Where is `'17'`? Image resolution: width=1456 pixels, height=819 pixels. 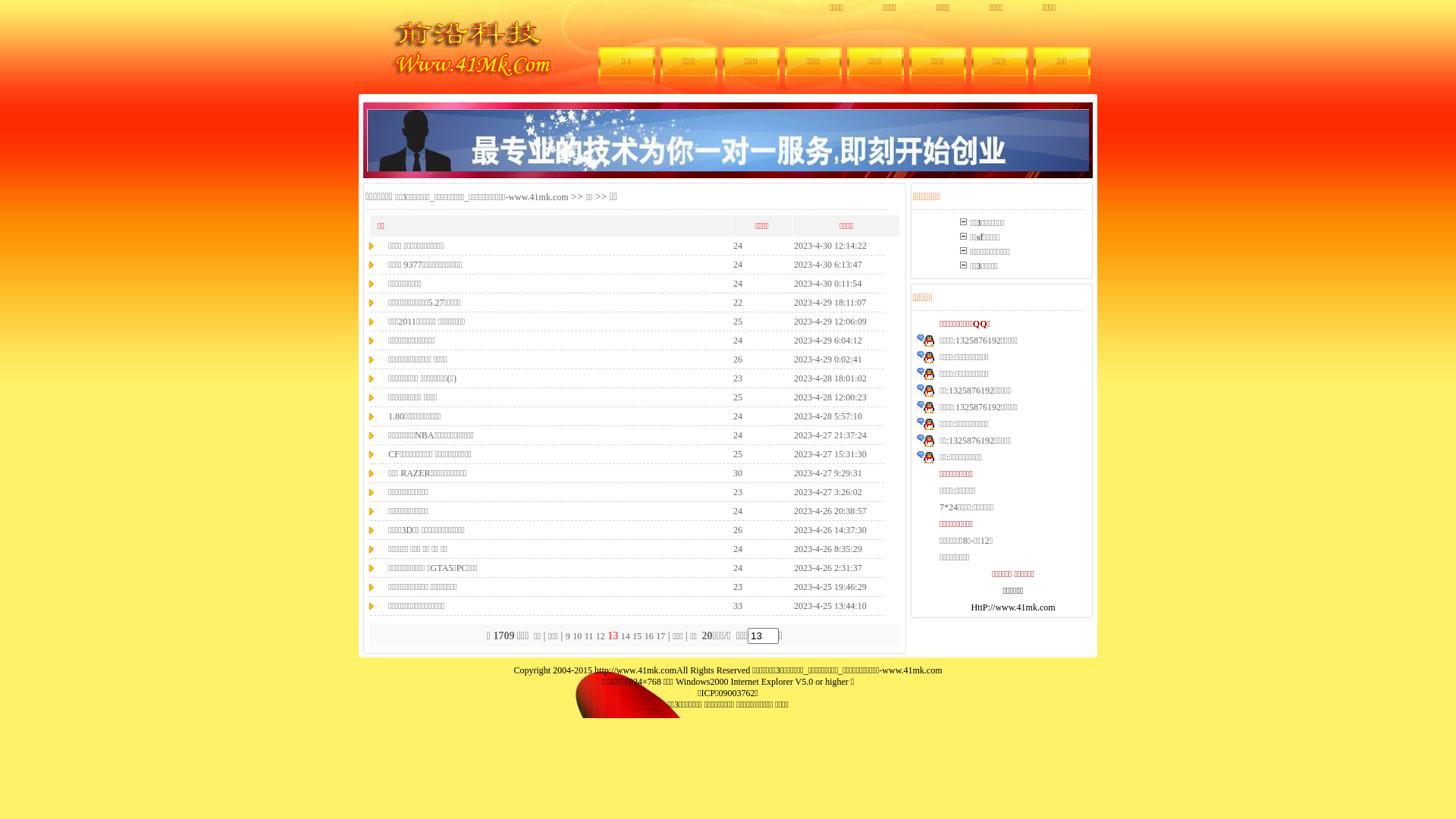
'17' is located at coordinates (660, 636).